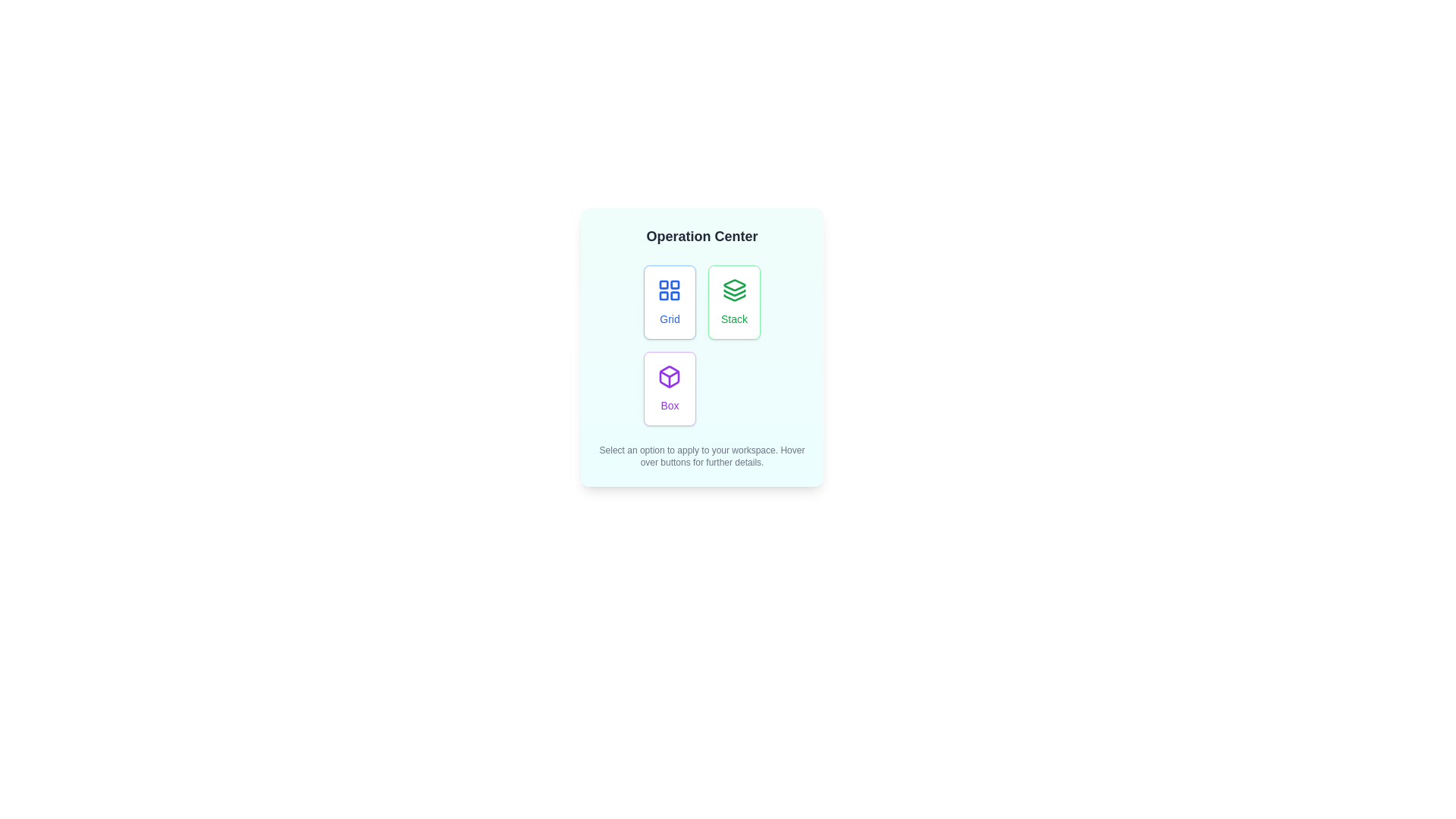  What do you see at coordinates (669, 388) in the screenshot?
I see `the selectable option button labeled 'Box' to activate interaction` at bounding box center [669, 388].